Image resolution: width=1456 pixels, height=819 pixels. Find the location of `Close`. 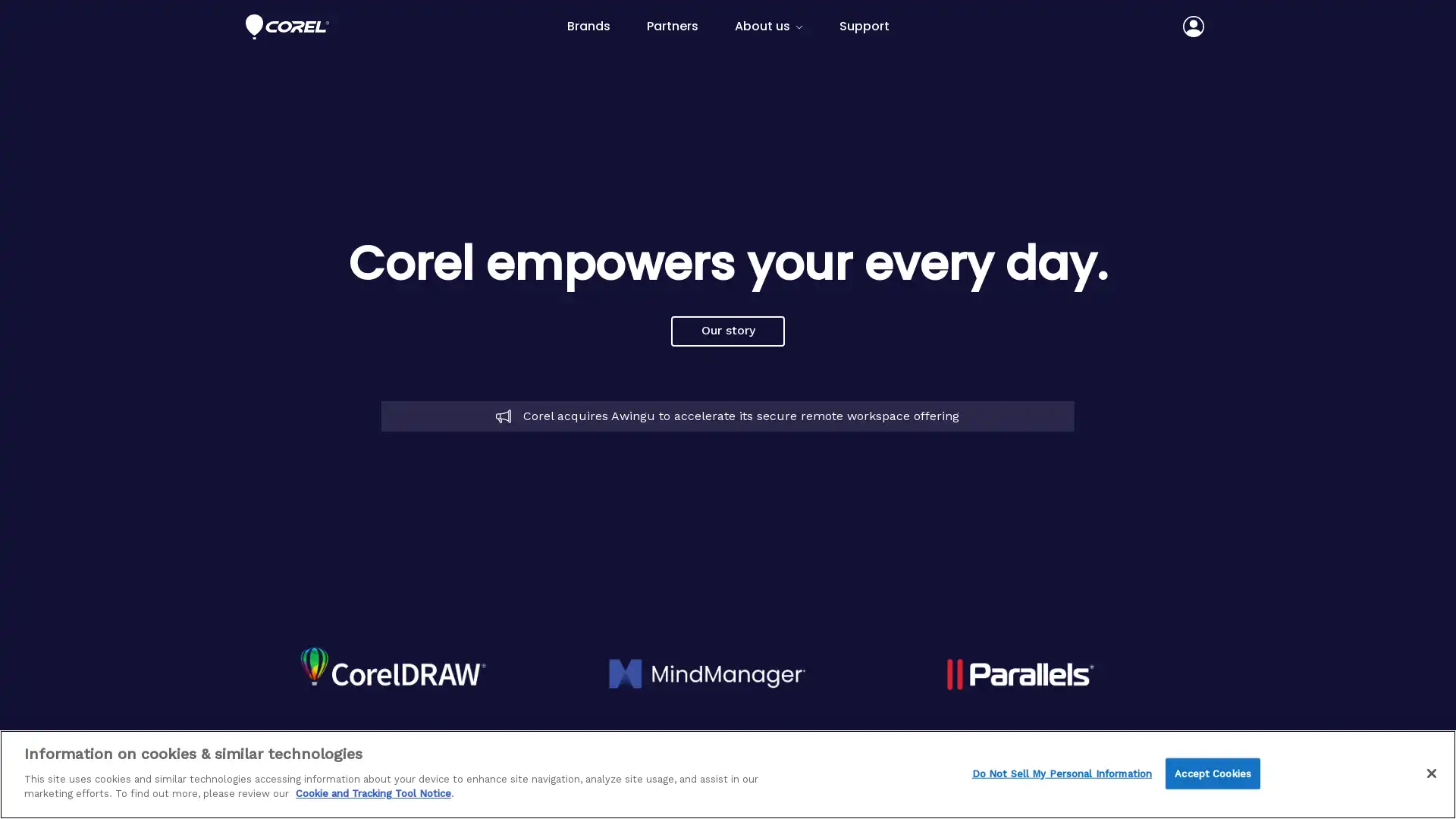

Close is located at coordinates (1430, 772).